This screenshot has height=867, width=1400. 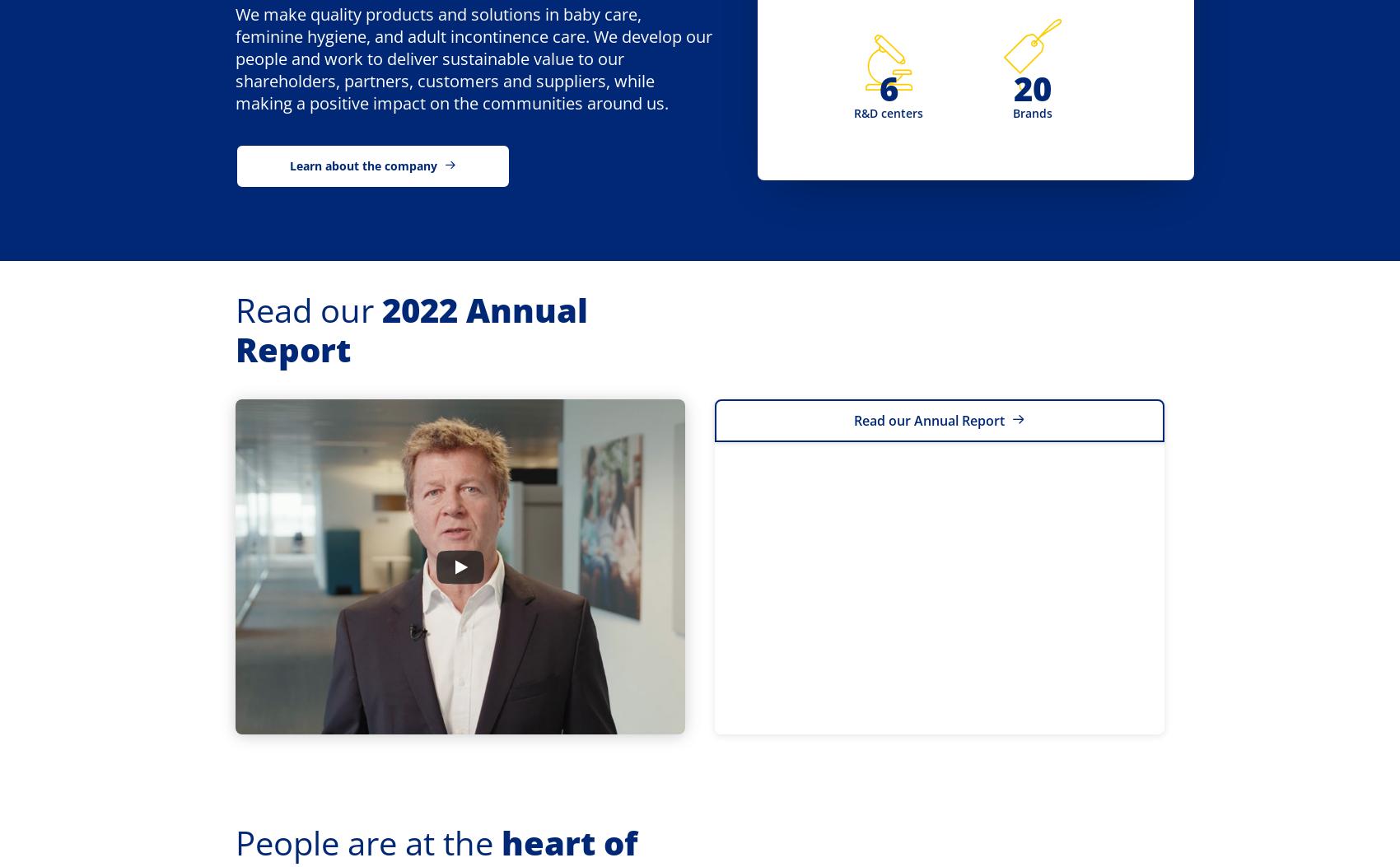 What do you see at coordinates (363, 165) in the screenshot?
I see `'Learn about the company'` at bounding box center [363, 165].